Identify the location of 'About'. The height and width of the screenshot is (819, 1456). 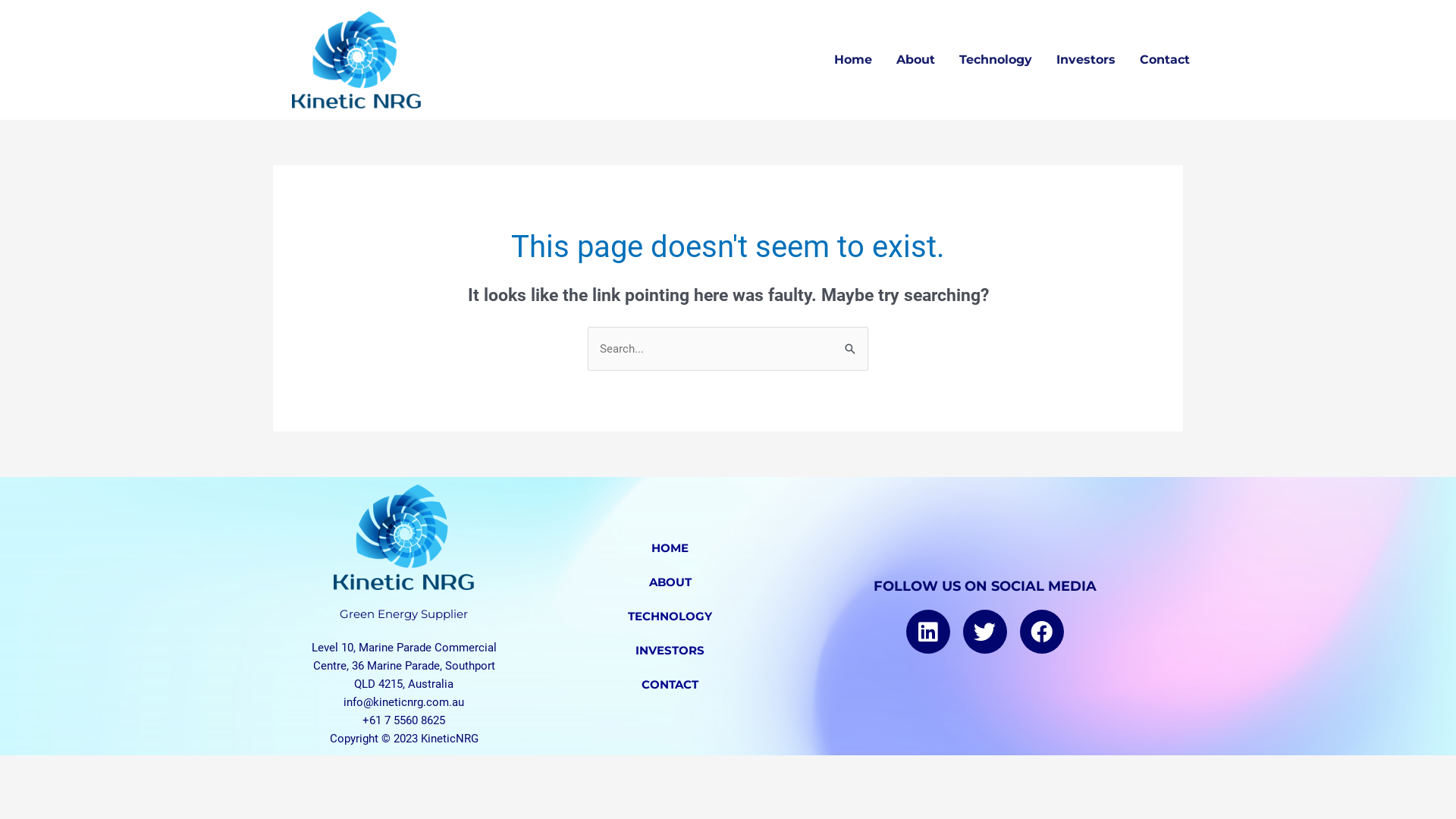
(884, 58).